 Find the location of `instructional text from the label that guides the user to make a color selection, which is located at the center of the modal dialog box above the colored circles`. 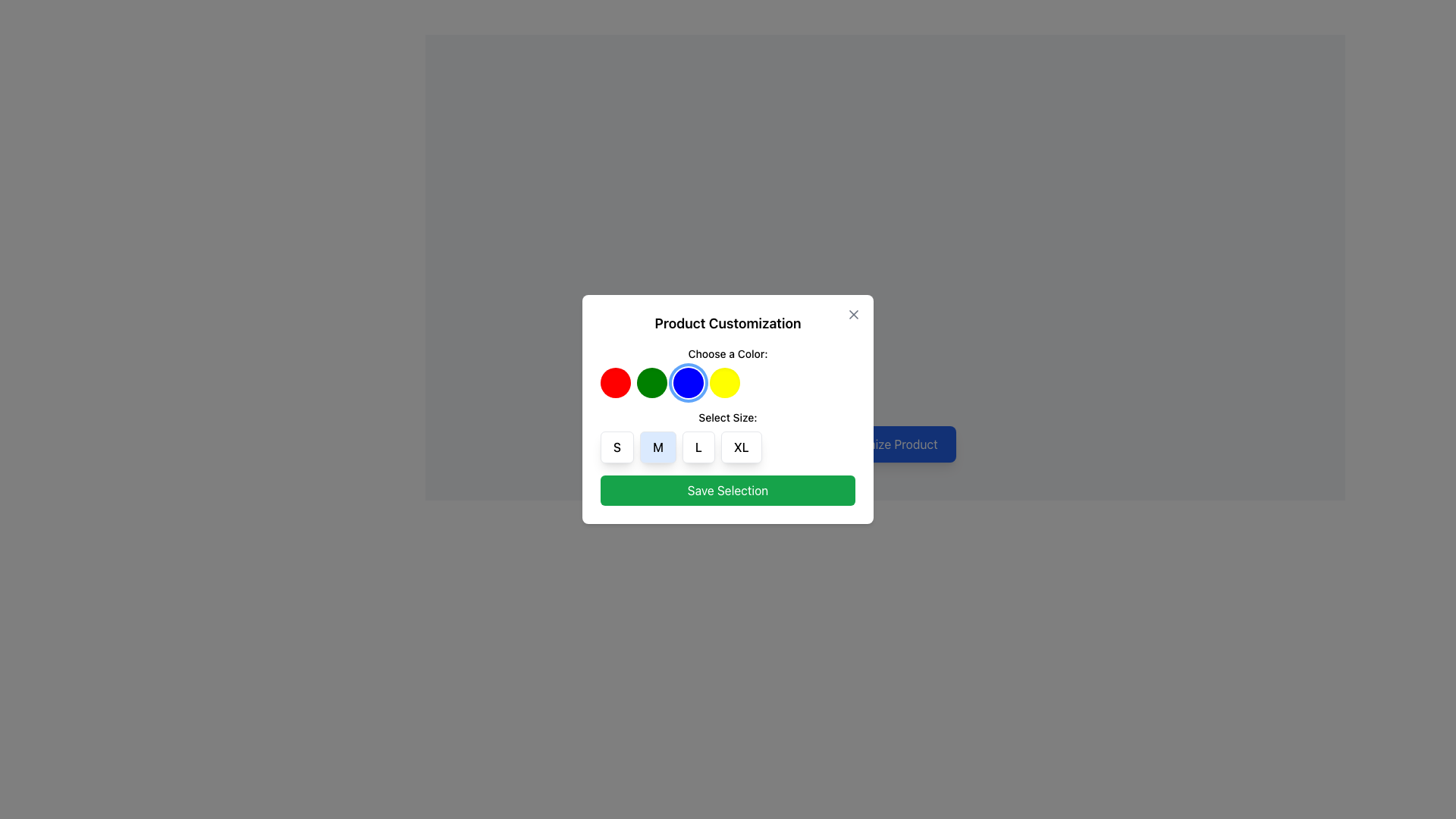

instructional text from the label that guides the user to make a color selection, which is located at the center of the modal dialog box above the colored circles is located at coordinates (728, 353).